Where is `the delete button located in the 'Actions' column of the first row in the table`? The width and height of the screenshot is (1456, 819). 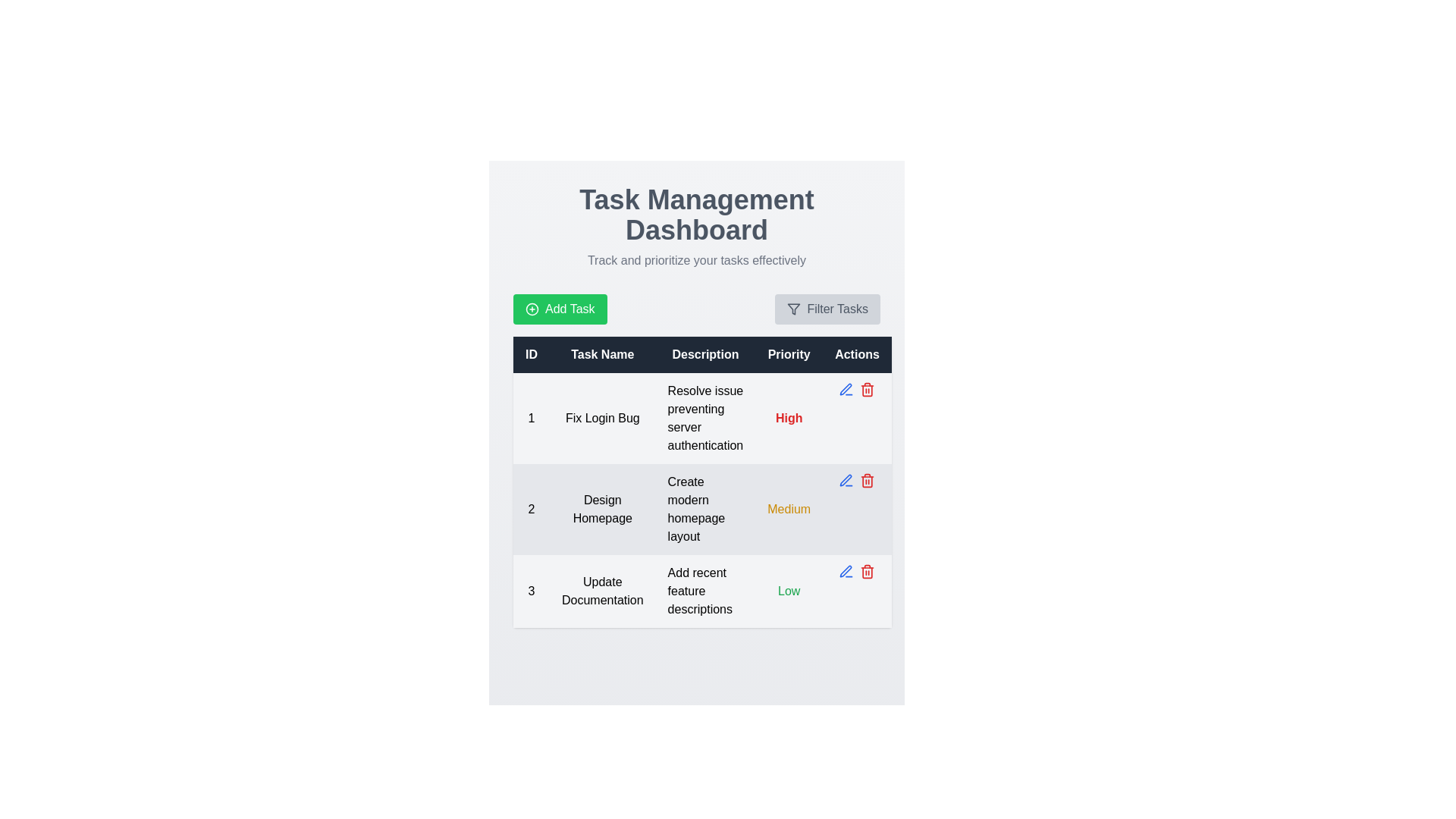
the delete button located in the 'Actions' column of the first row in the table is located at coordinates (868, 388).